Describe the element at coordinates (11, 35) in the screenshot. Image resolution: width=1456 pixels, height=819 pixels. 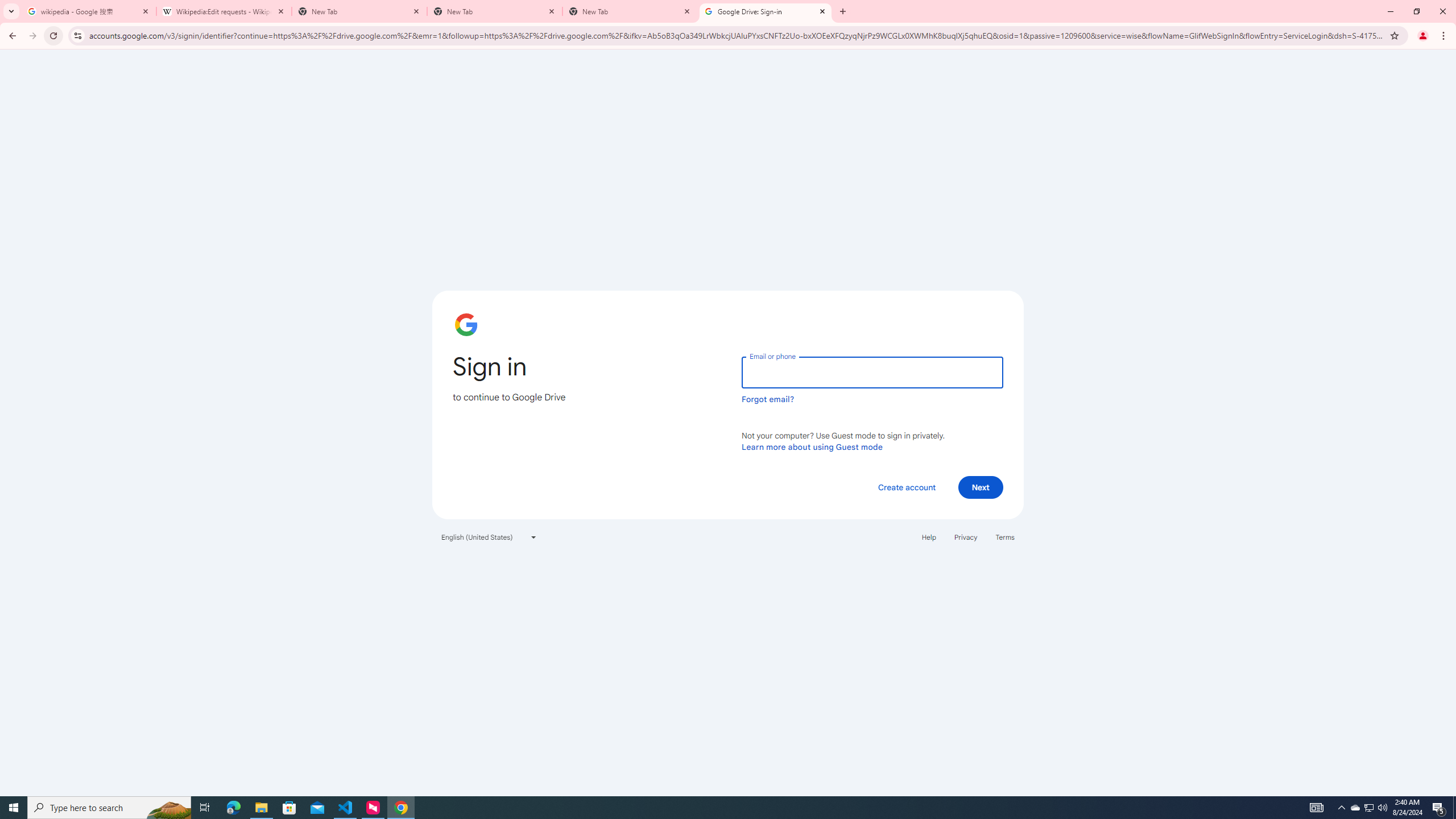
I see `'Back'` at that location.